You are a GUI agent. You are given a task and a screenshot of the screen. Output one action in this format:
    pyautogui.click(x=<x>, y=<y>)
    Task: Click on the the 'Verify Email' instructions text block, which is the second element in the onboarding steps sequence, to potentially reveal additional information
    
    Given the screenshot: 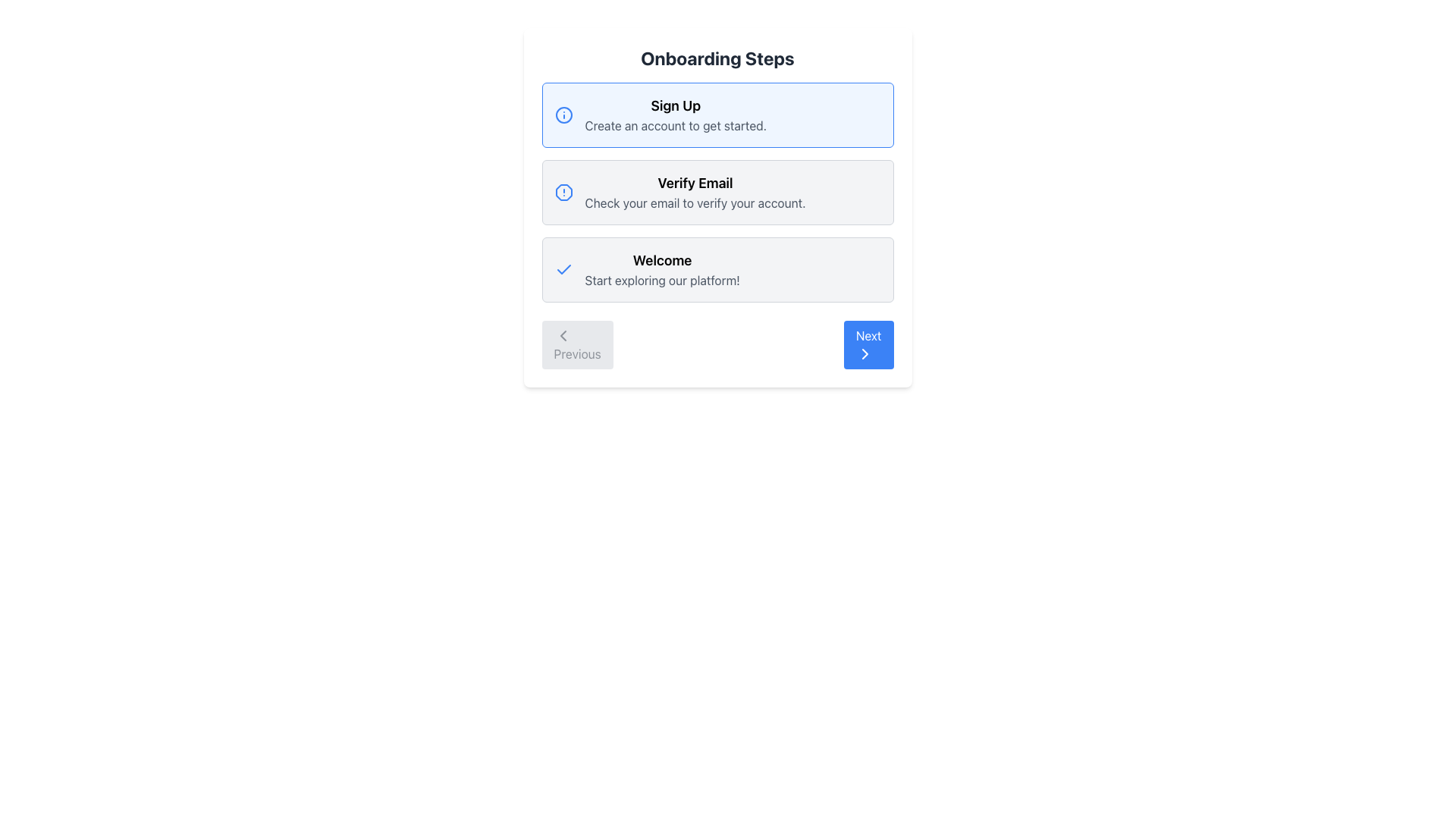 What is the action you would take?
    pyautogui.click(x=717, y=192)
    